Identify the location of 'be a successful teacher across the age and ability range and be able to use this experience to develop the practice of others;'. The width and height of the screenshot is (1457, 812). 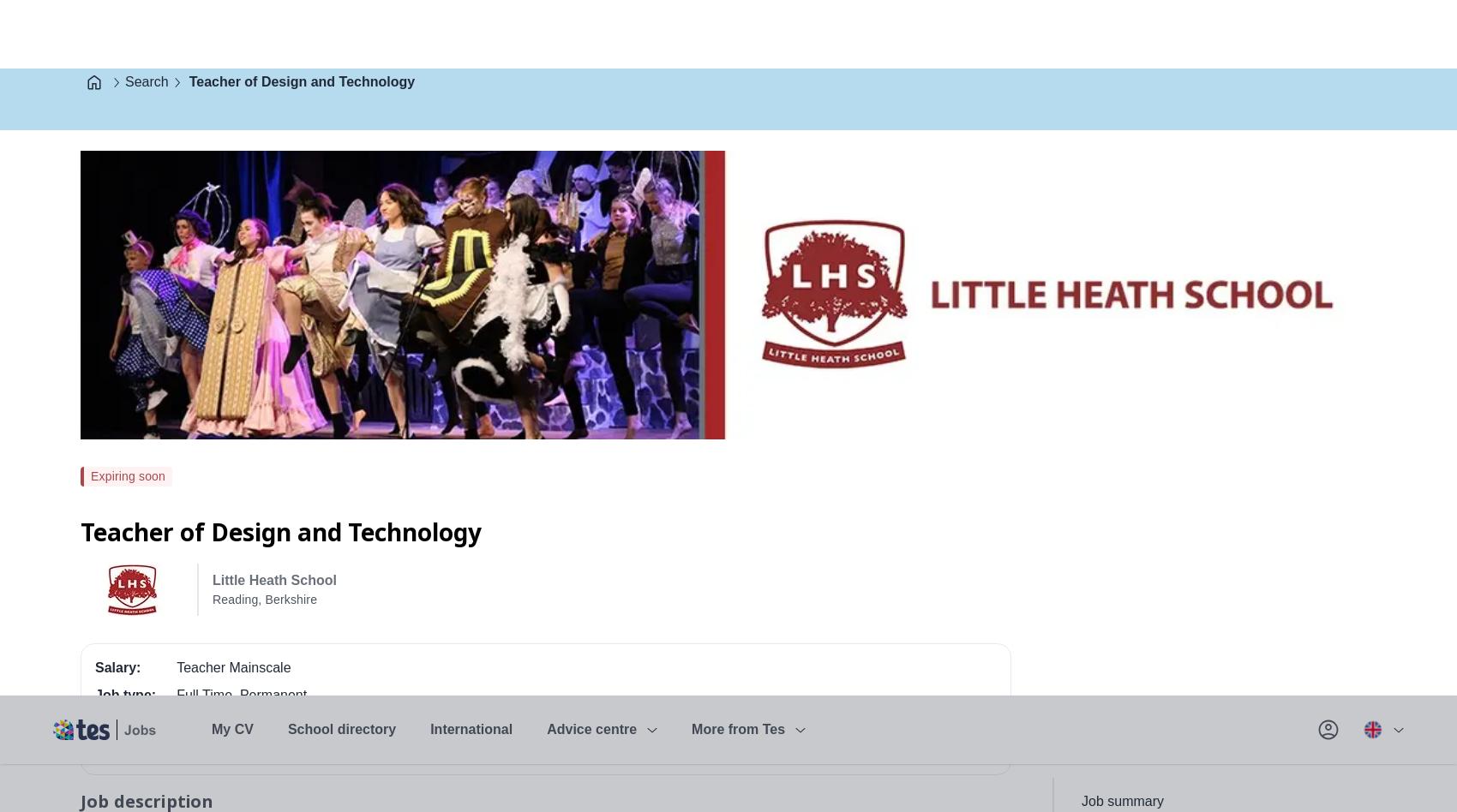
(489, 303).